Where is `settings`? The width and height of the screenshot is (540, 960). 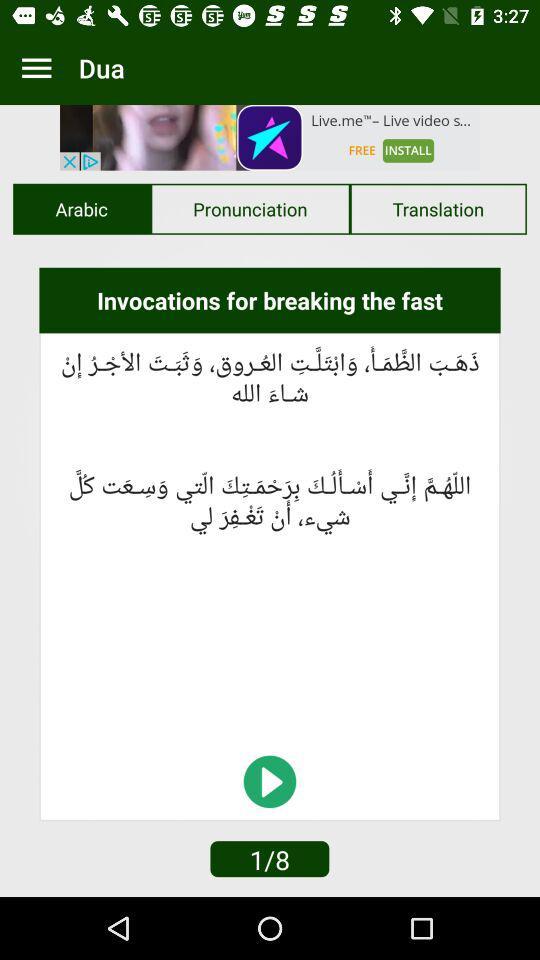
settings is located at coordinates (36, 68).